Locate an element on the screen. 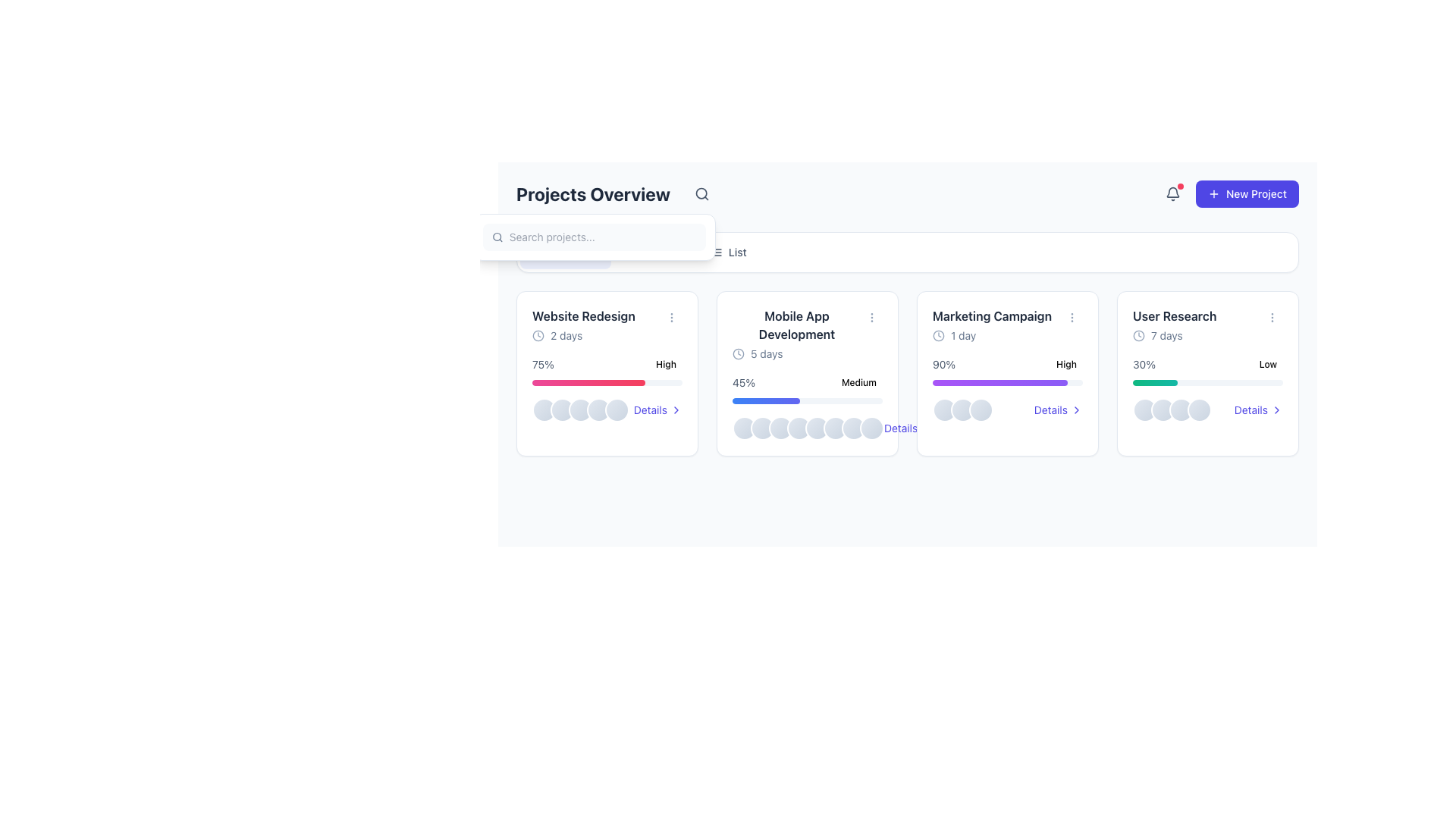 This screenshot has width=1456, height=819. the label of the button located in the top-right corner of the interface, which is designed to create a new project is located at coordinates (1256, 193).